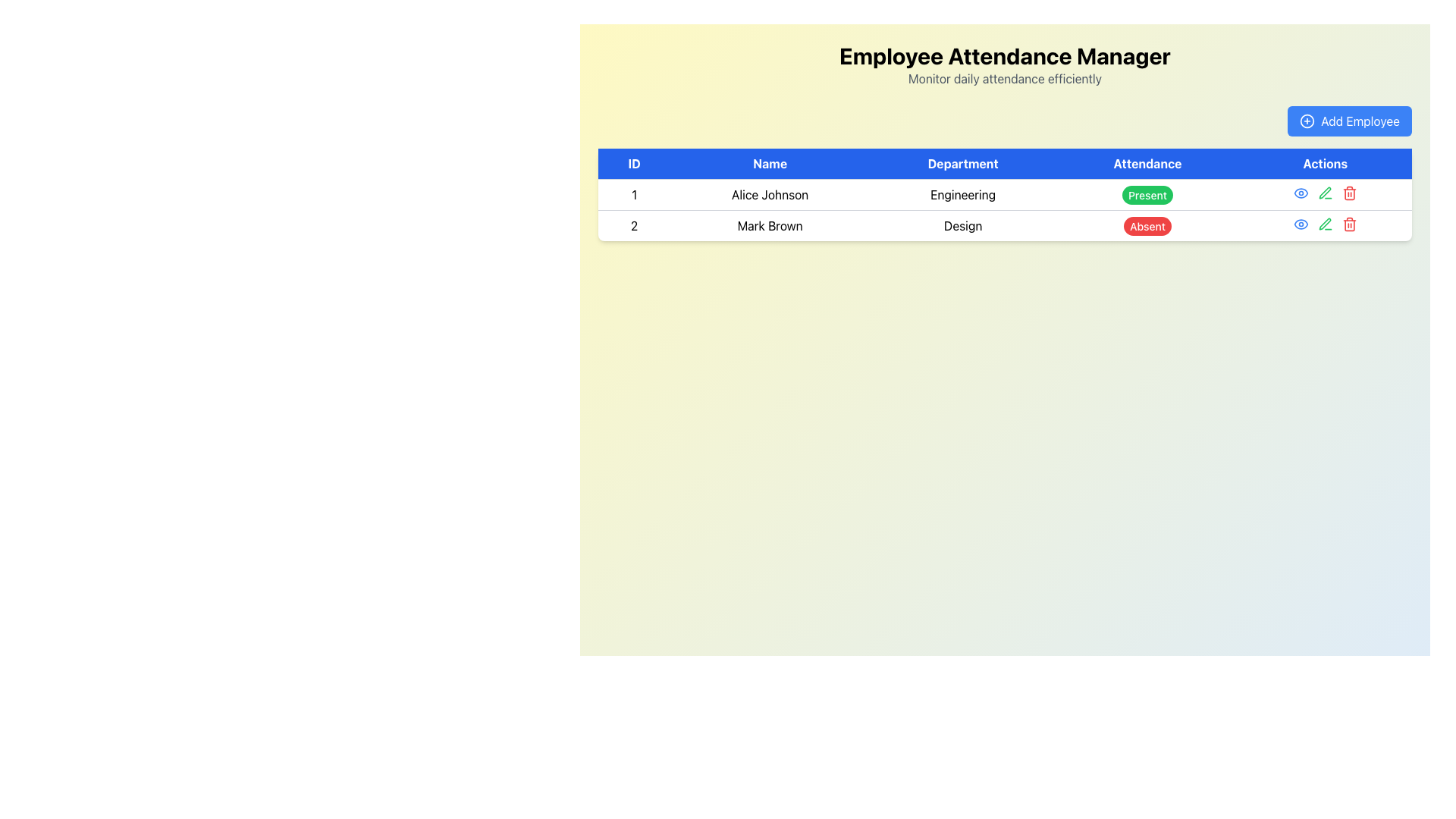 The image size is (1456, 819). What do you see at coordinates (1324, 224) in the screenshot?
I see `the green pen icon in the Actions column of the second row for employee 'Mark Brown'` at bounding box center [1324, 224].